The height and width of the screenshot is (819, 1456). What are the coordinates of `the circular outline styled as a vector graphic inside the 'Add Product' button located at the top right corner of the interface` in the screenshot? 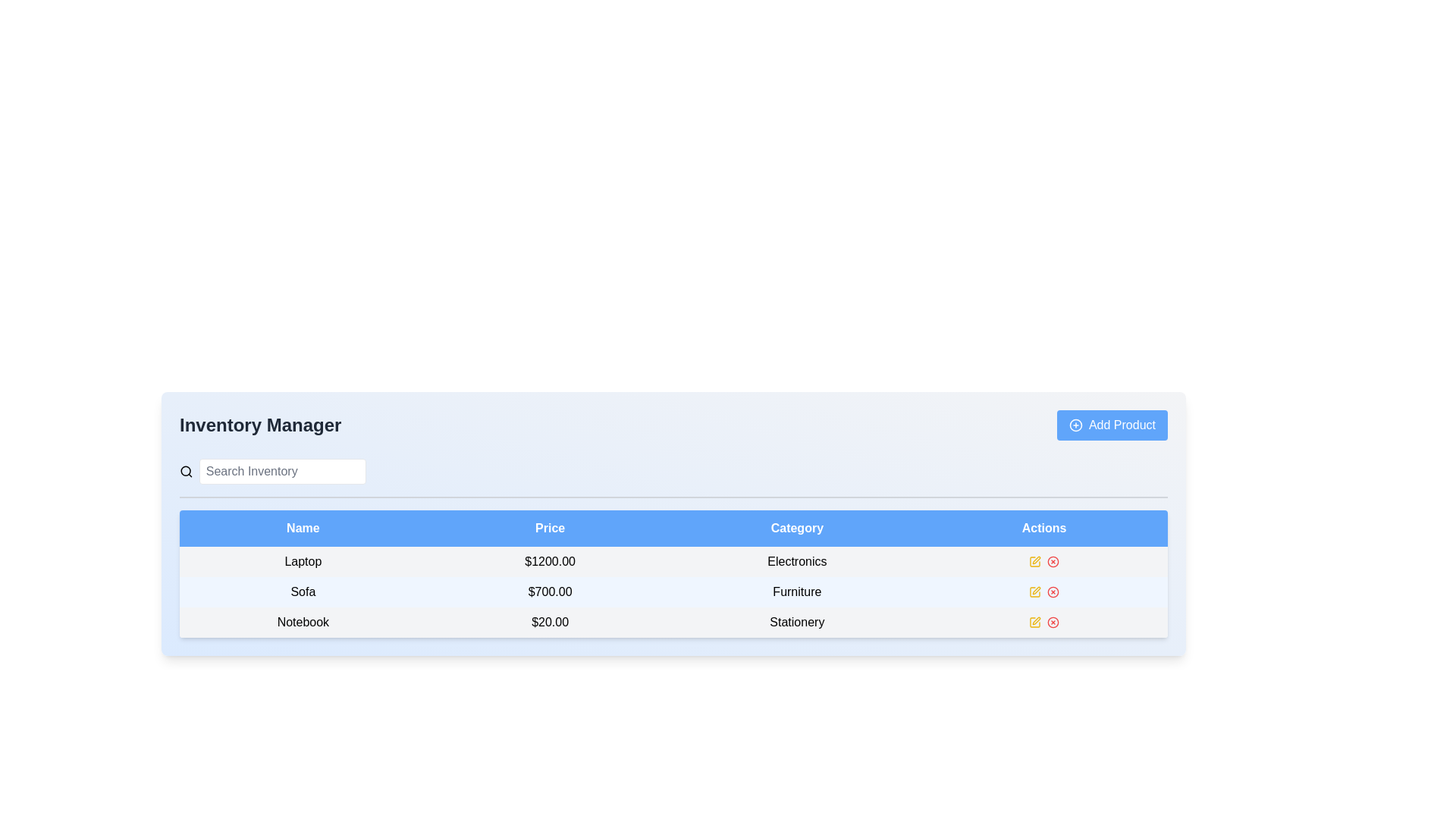 It's located at (1075, 425).